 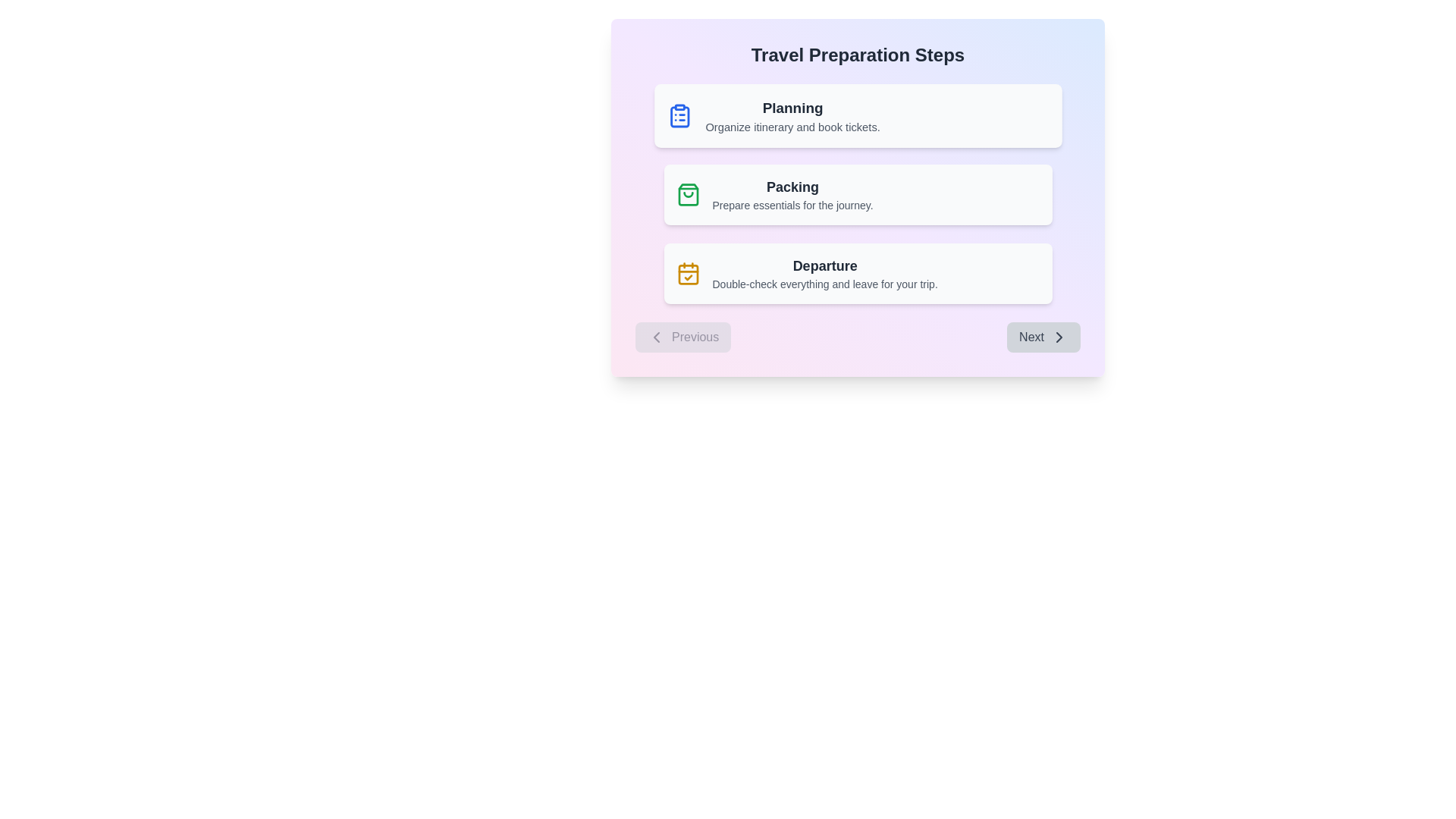 I want to click on the rightward-pointing chevron icon inside the 'Next' button located at the bottom-right corner of the pane, so click(x=1058, y=336).